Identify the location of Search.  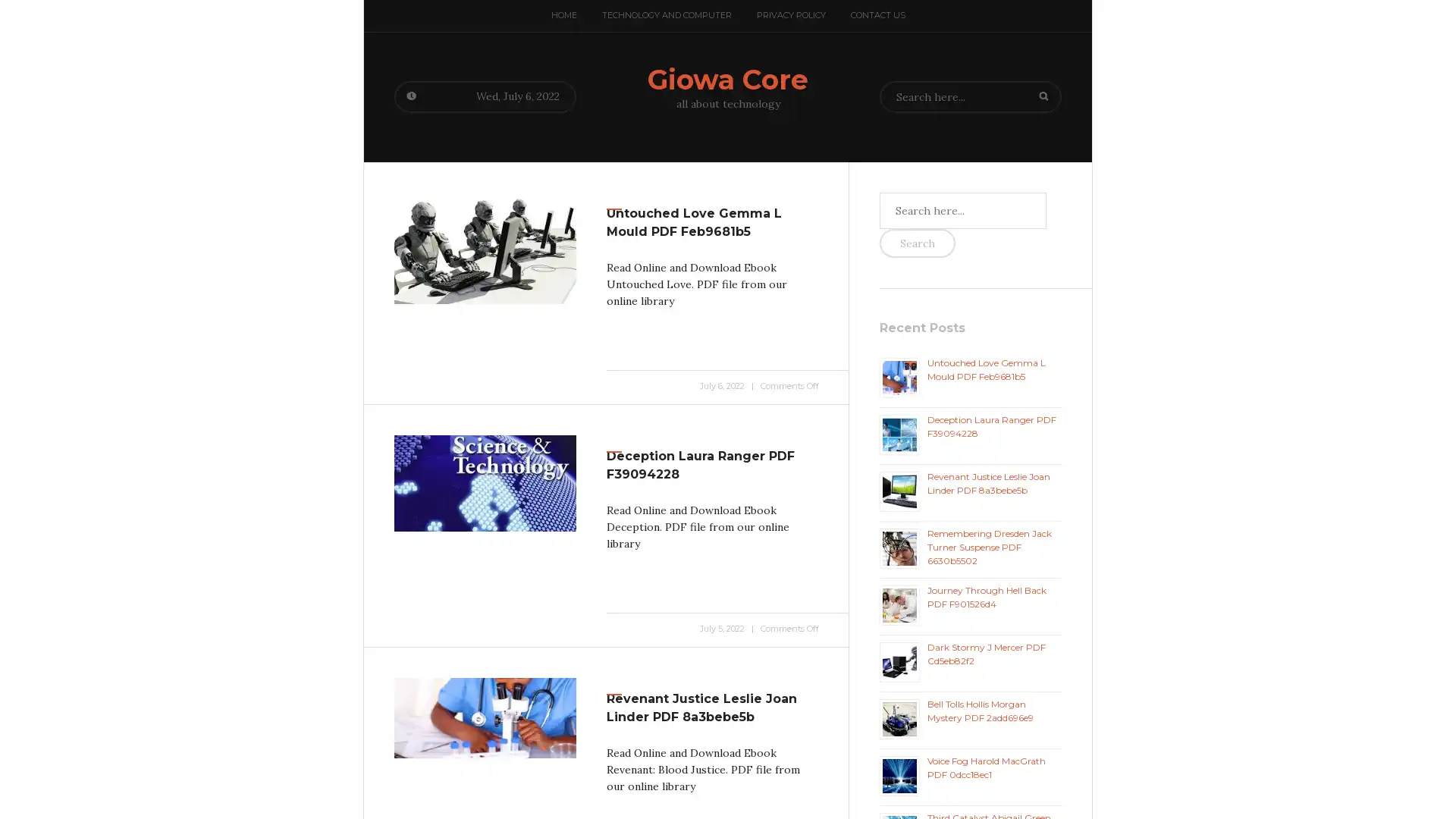
(916, 242).